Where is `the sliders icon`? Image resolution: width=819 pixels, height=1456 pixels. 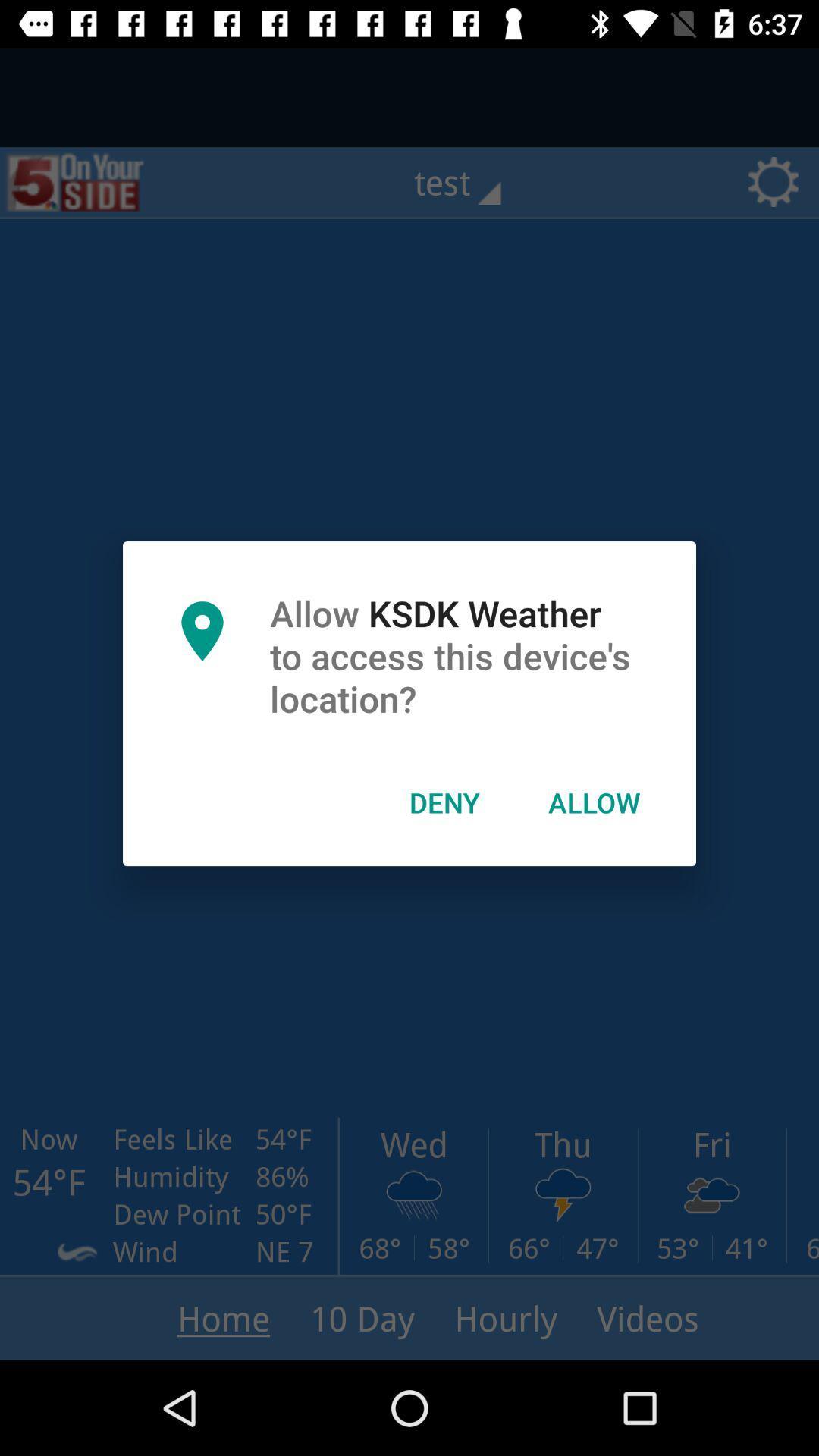 the sliders icon is located at coordinates (99, 182).